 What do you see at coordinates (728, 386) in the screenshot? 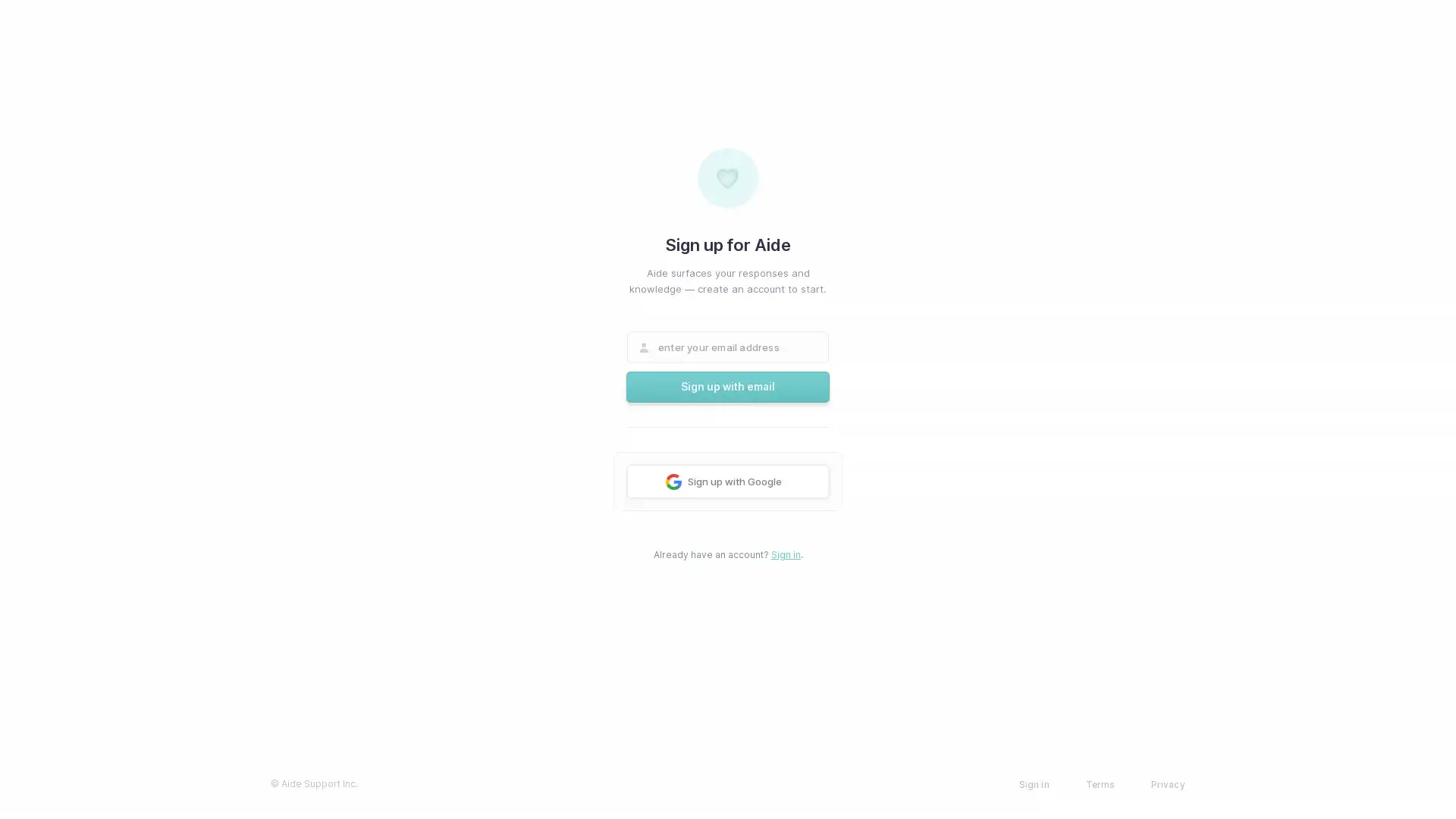
I see `Sign up with email` at bounding box center [728, 386].